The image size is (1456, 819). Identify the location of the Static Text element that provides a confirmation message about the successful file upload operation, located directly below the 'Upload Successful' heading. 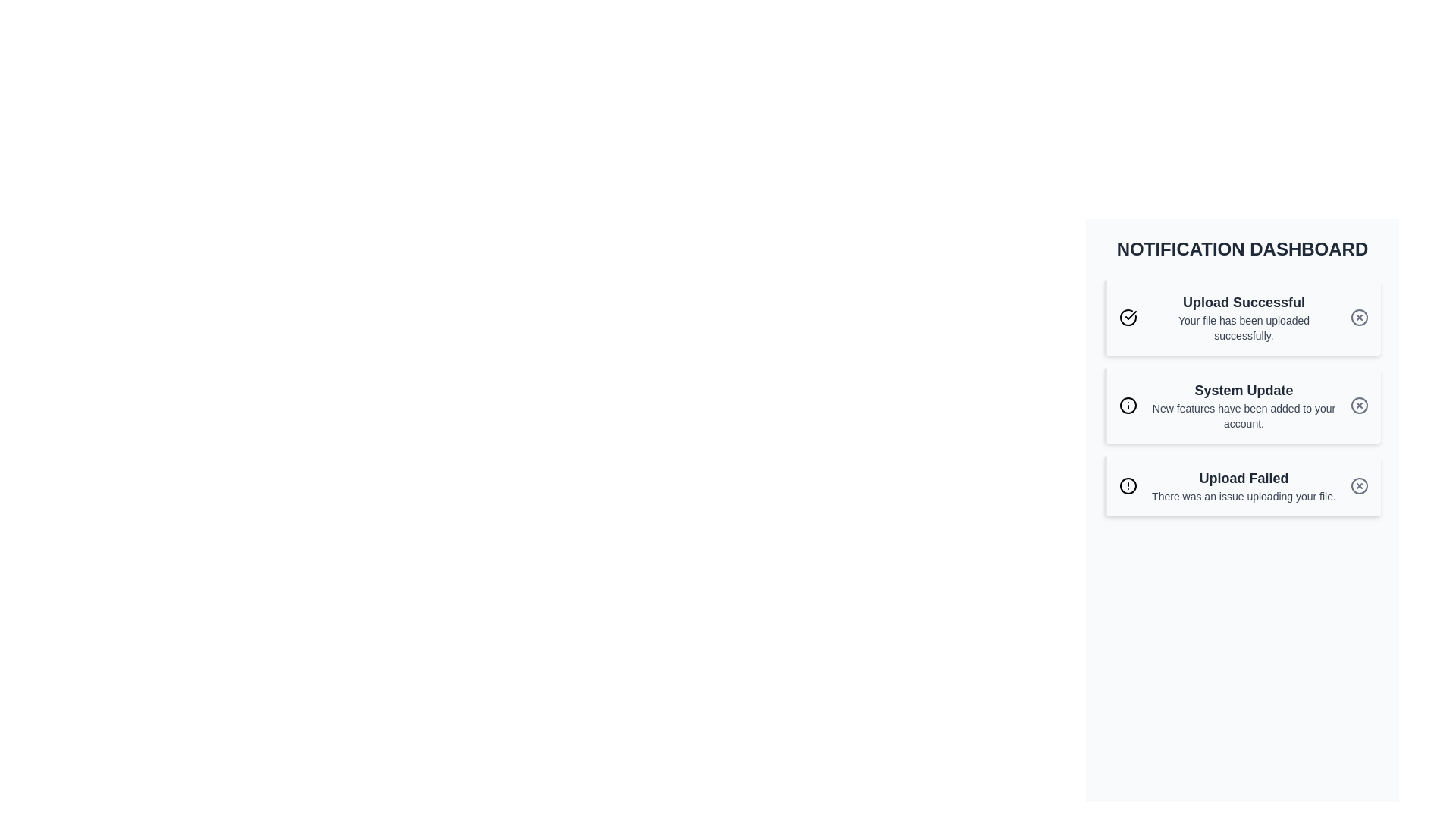
(1244, 327).